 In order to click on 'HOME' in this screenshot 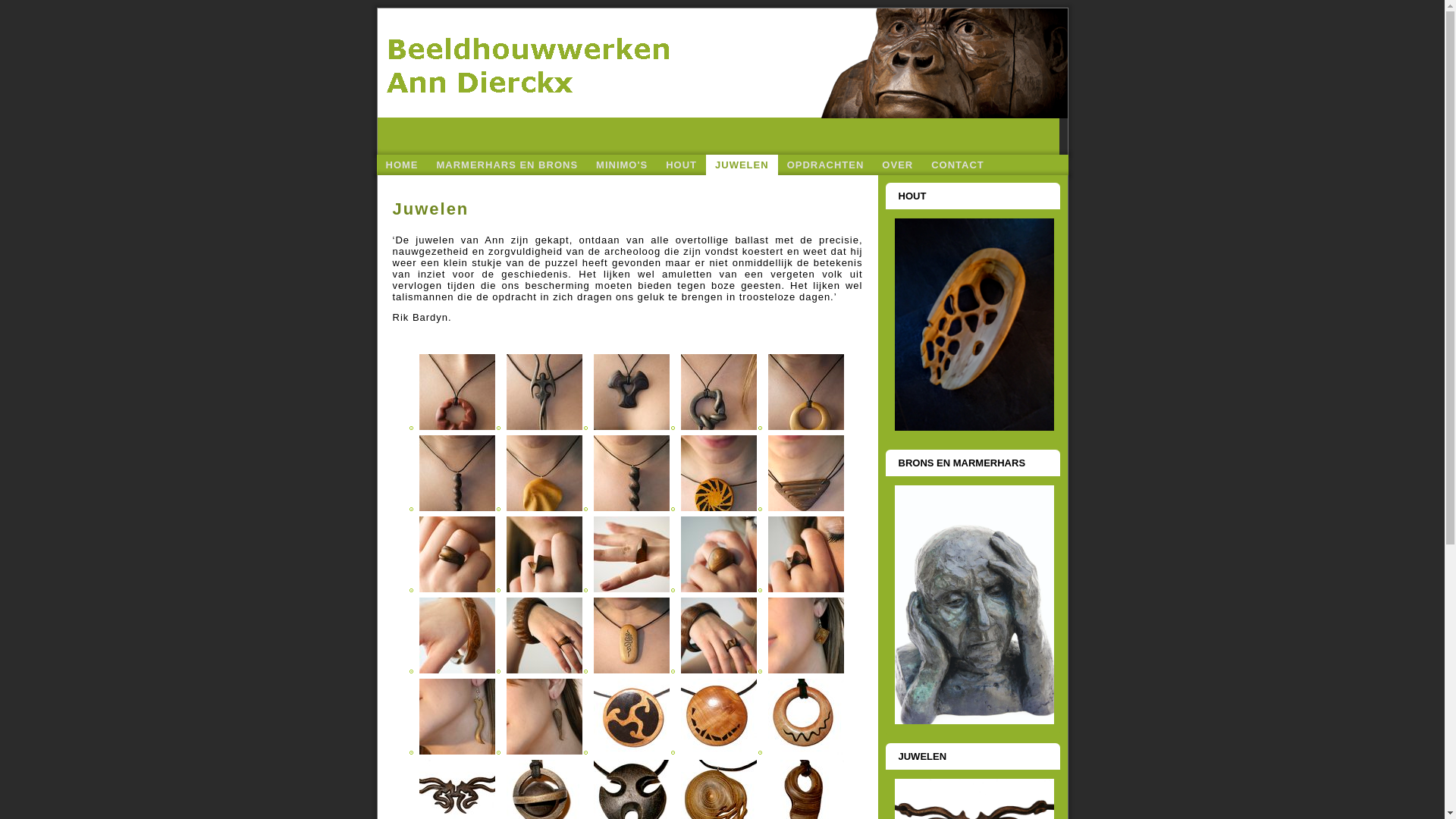, I will do `click(401, 165)`.